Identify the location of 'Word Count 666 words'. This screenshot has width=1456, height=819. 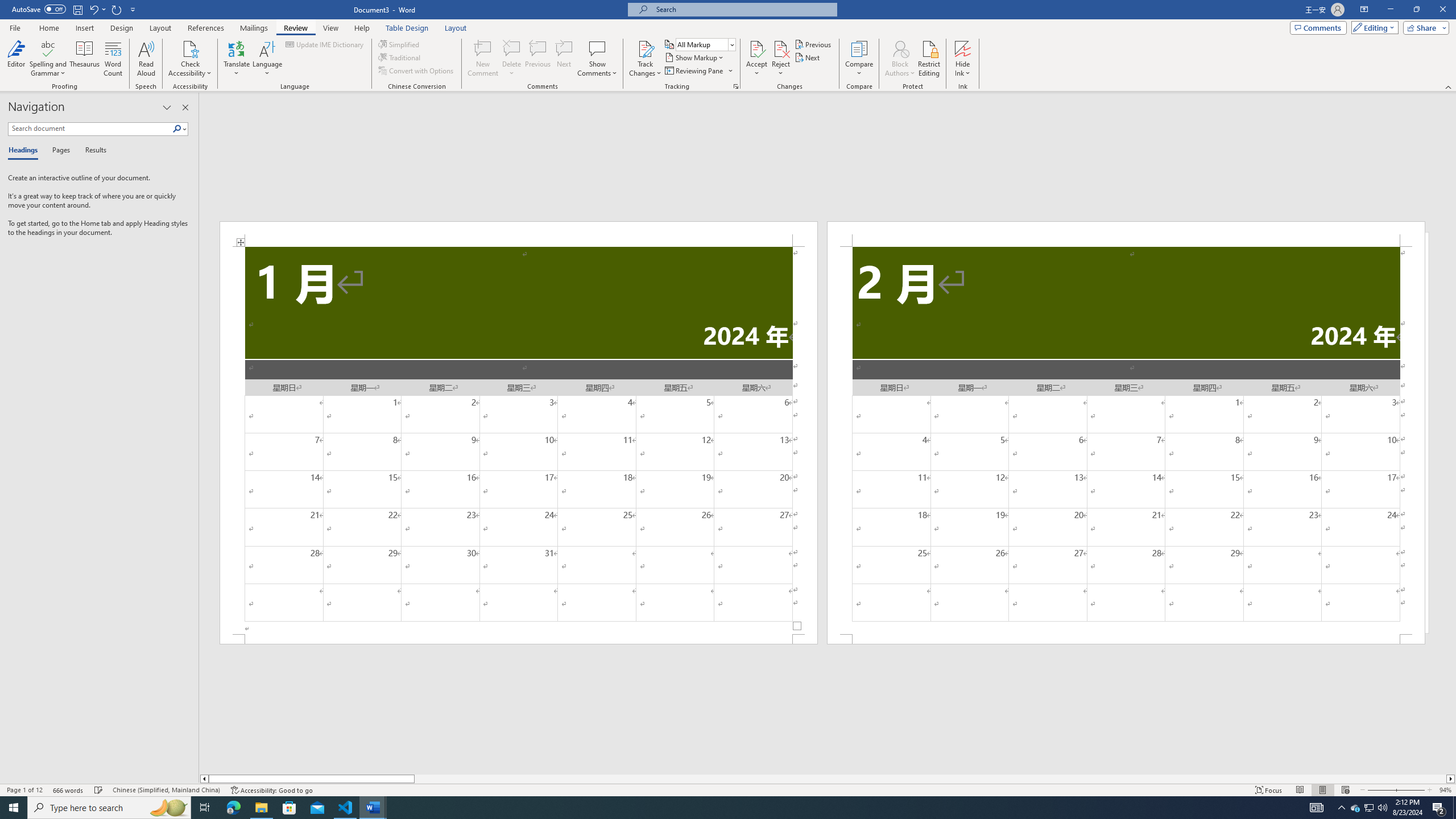
(69, 790).